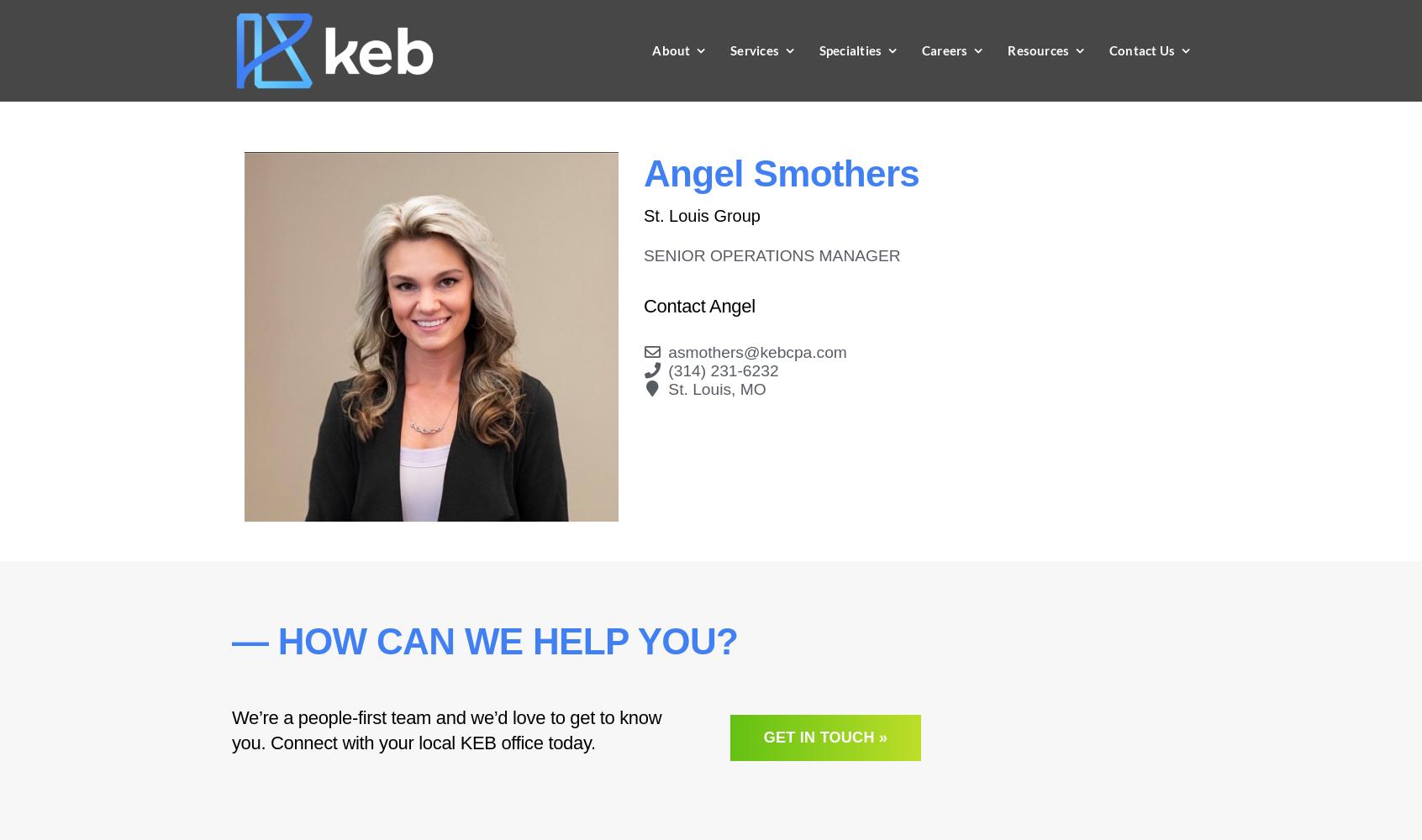  I want to click on 'Recent College Graduates', so click(1014, 270).